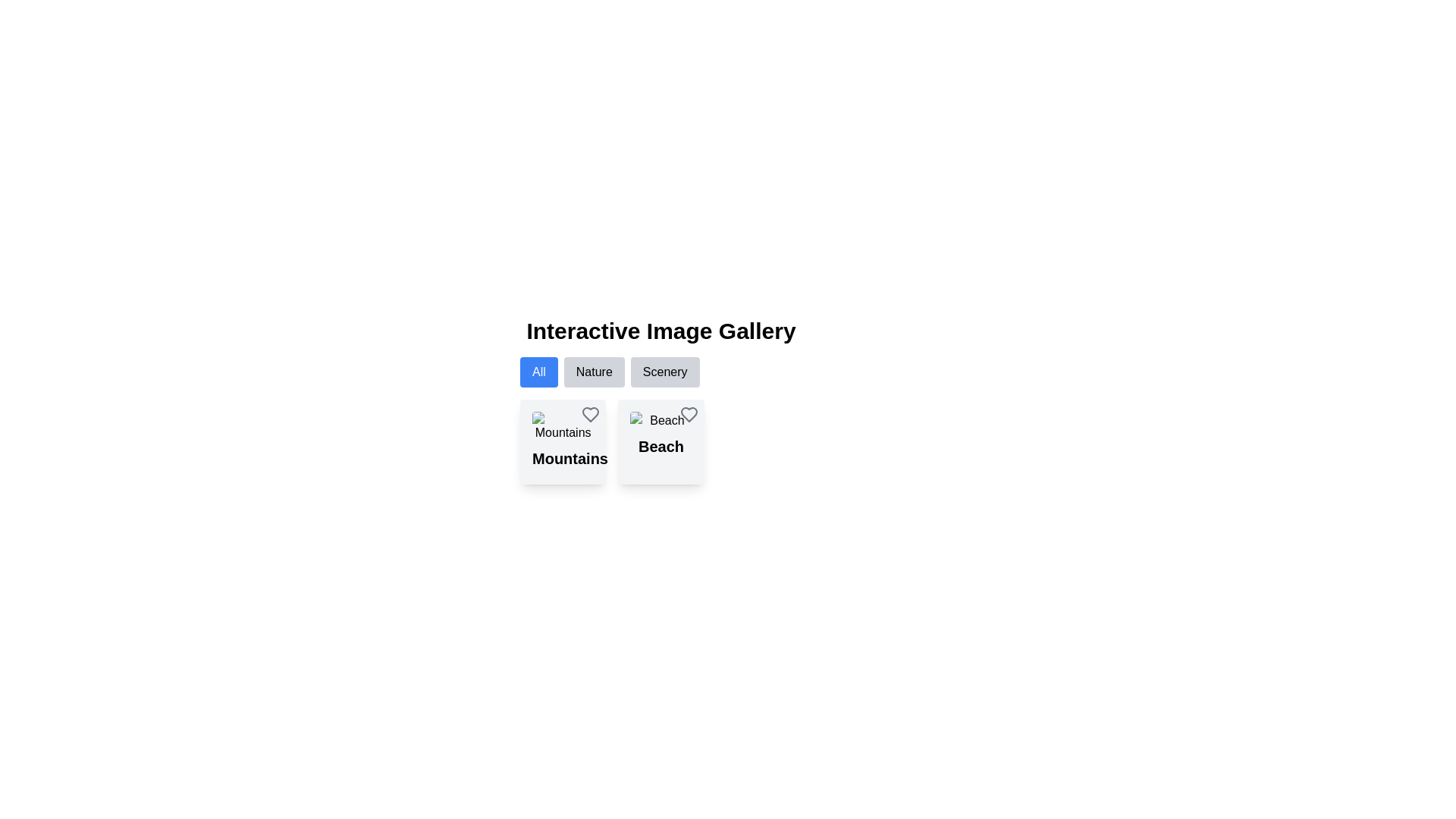 This screenshot has height=819, width=1456. I want to click on the heart icon button located, so click(590, 415).